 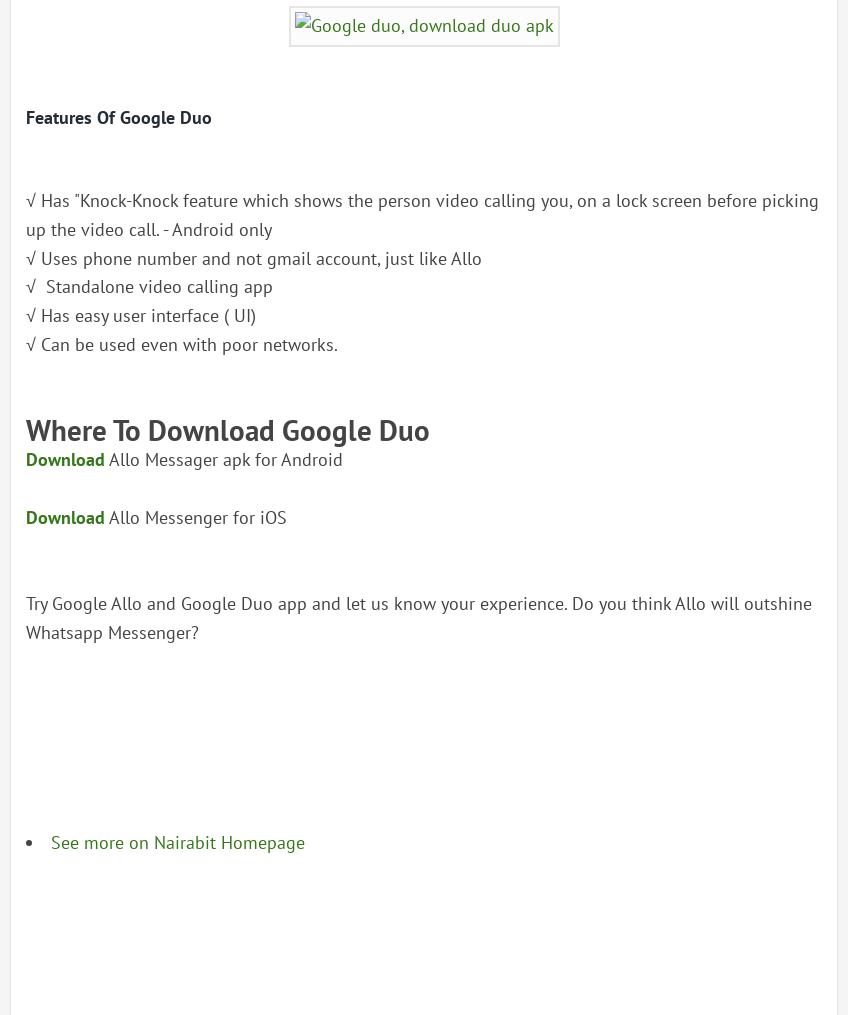 What do you see at coordinates (195, 516) in the screenshot?
I see `'Allo Messenger for iOS'` at bounding box center [195, 516].